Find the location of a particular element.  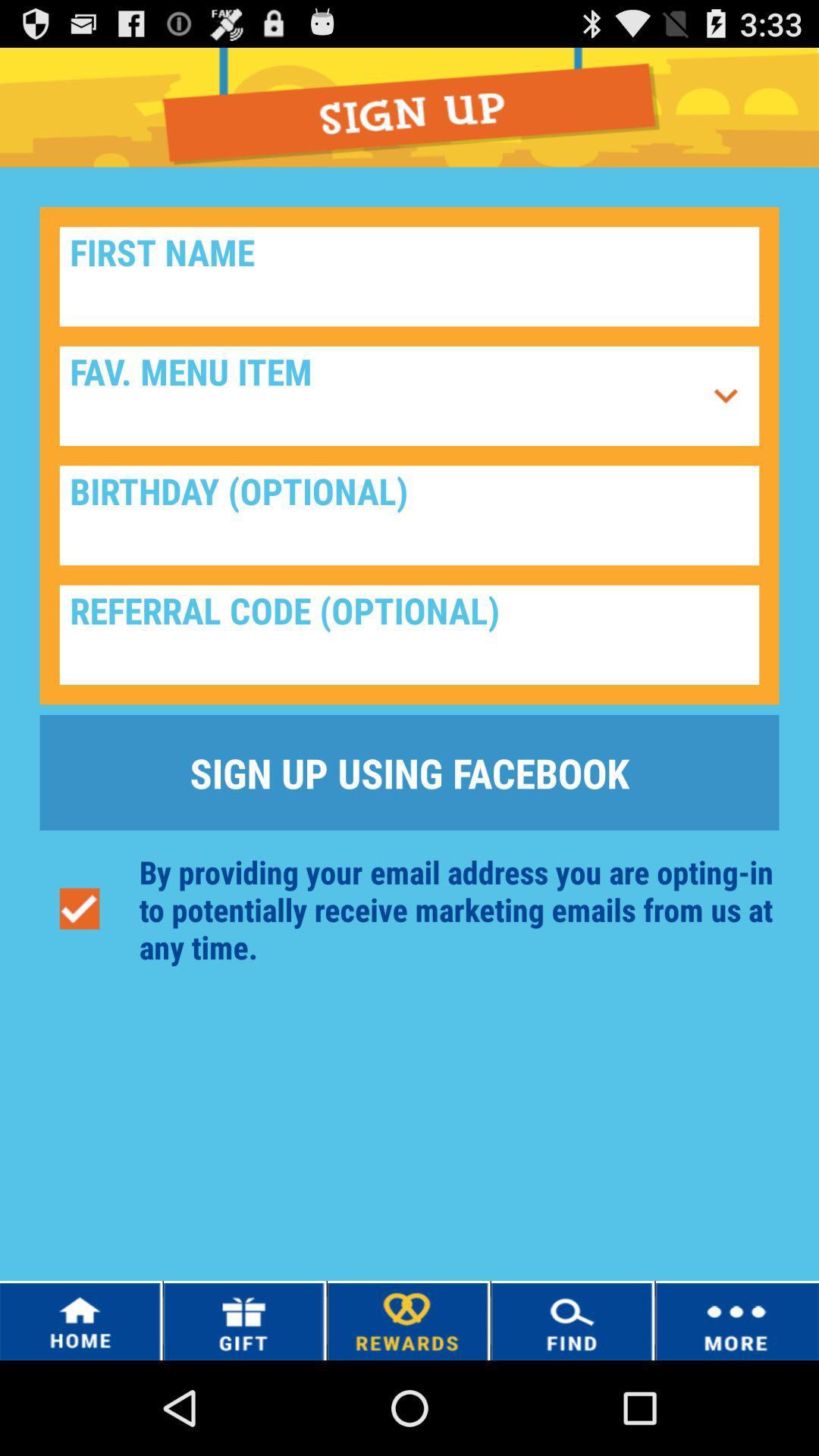

the check box below sign up using facebook is located at coordinates (80, 909).